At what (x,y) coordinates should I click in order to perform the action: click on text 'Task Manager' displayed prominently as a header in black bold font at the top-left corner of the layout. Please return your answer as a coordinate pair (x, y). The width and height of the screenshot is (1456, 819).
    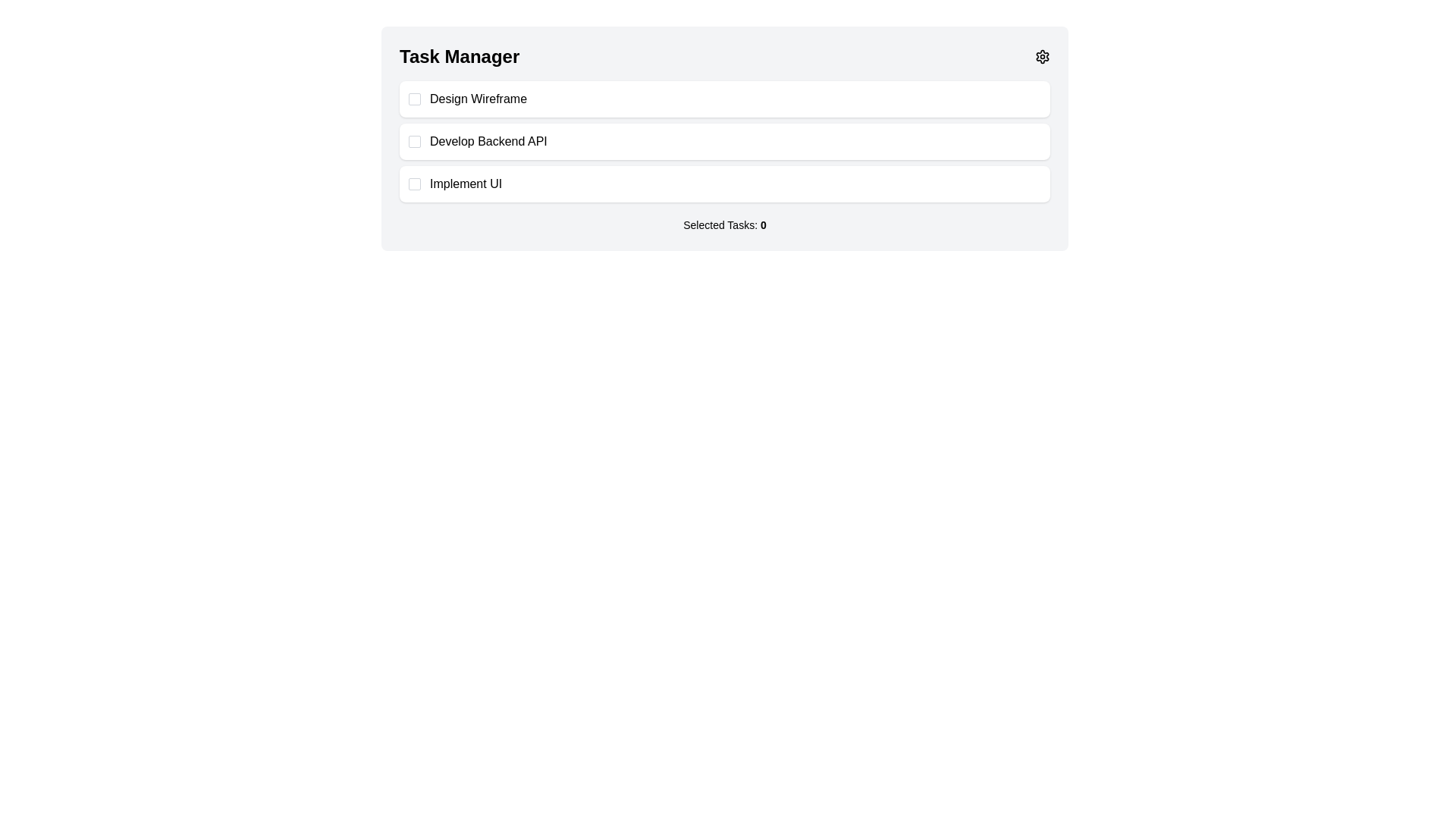
    Looking at the image, I should click on (459, 55).